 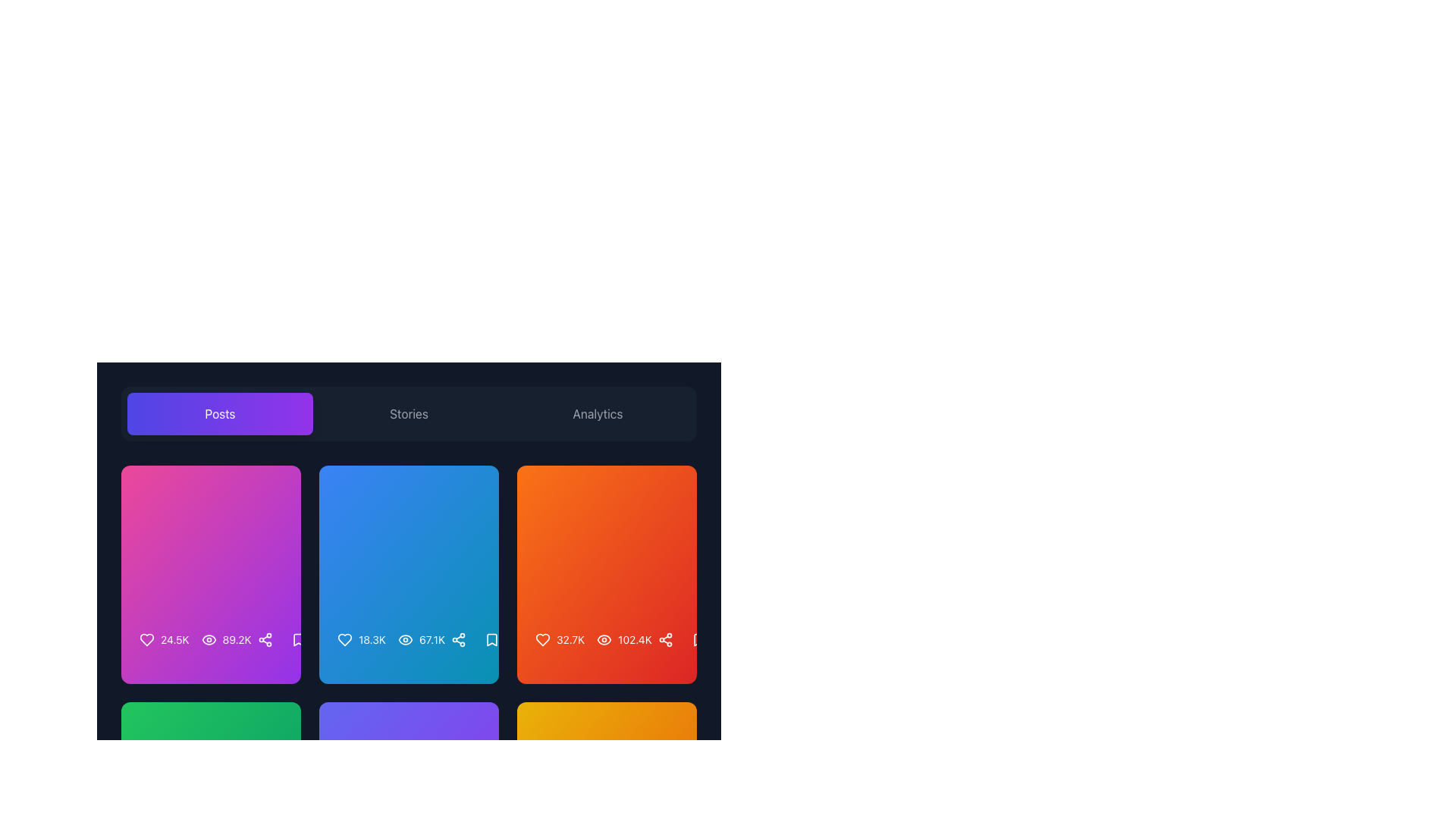 I want to click on the Grouped Metric Display with Icons that shows the metrics '32.7K' and '102.4K' with heart and eye icons, styled in white on an orange background, located in the lower section of the third card in the Posts grid, so click(x=592, y=640).